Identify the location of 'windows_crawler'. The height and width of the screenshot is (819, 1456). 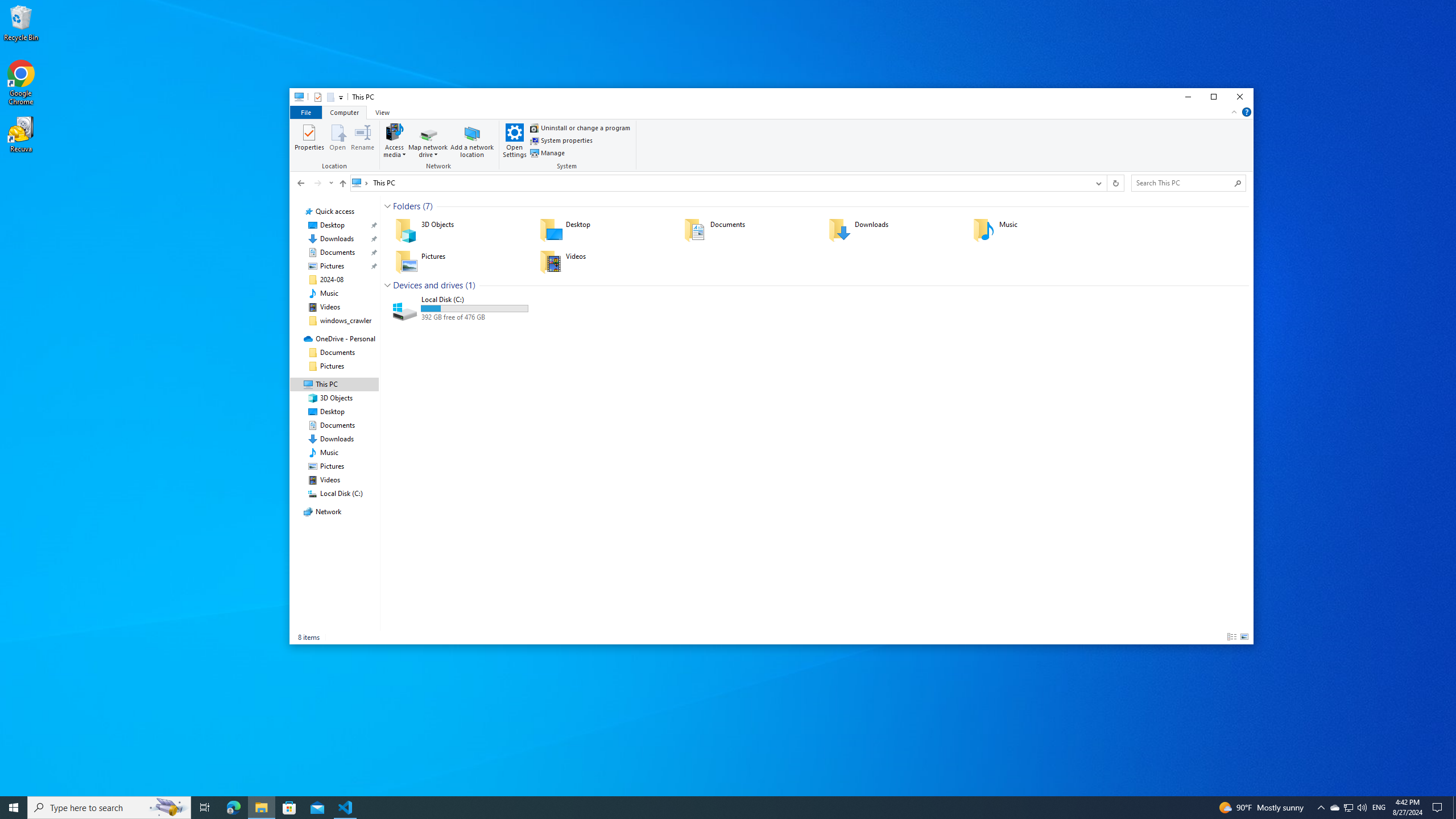
(345, 320).